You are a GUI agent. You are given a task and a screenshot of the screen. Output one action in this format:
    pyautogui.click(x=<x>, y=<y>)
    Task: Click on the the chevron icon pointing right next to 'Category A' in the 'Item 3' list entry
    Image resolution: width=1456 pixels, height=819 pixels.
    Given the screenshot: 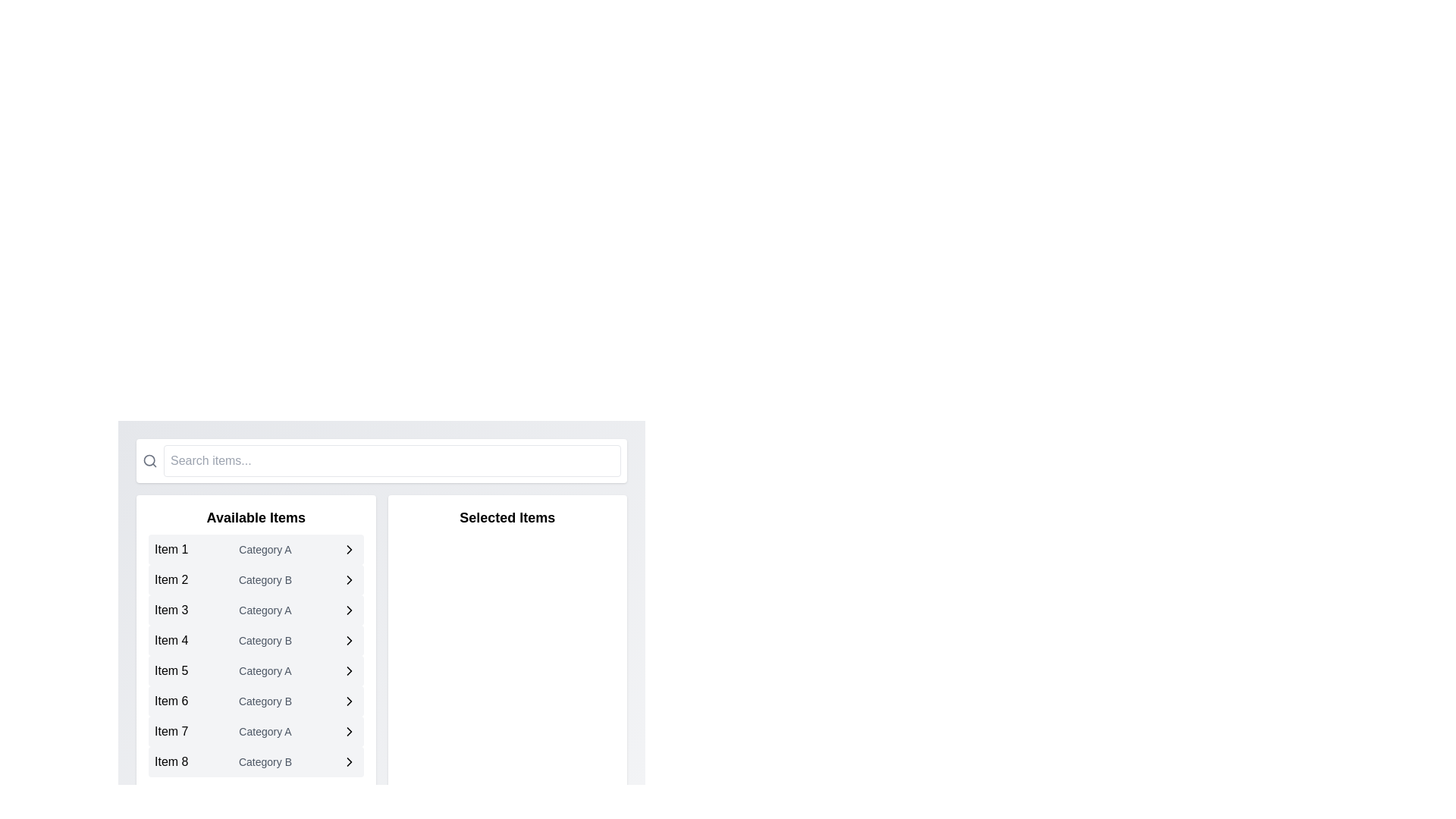 What is the action you would take?
    pyautogui.click(x=349, y=610)
    